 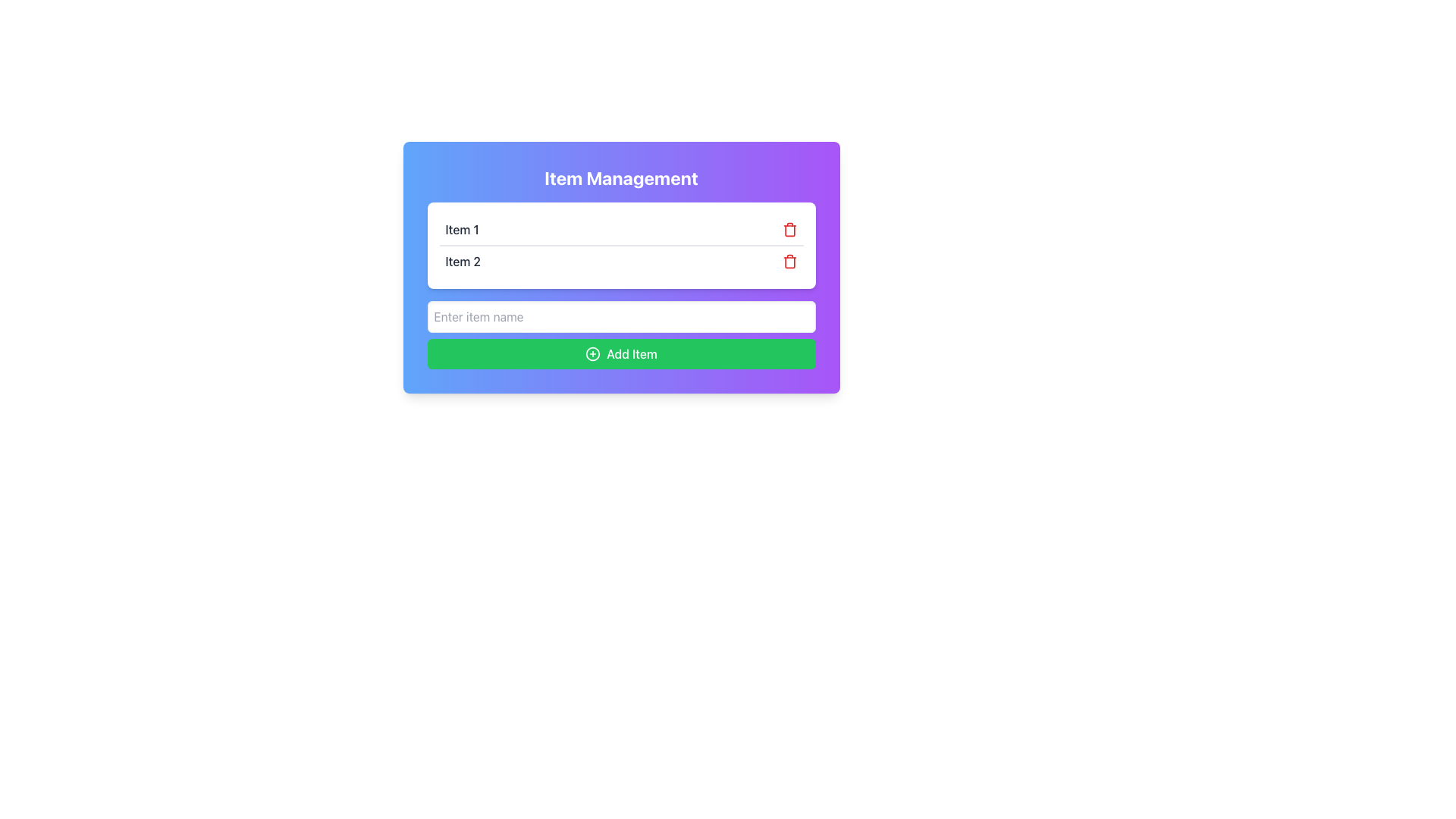 What do you see at coordinates (621, 353) in the screenshot?
I see `the 'Add' button located just below the 'Enter item name' text input field` at bounding box center [621, 353].